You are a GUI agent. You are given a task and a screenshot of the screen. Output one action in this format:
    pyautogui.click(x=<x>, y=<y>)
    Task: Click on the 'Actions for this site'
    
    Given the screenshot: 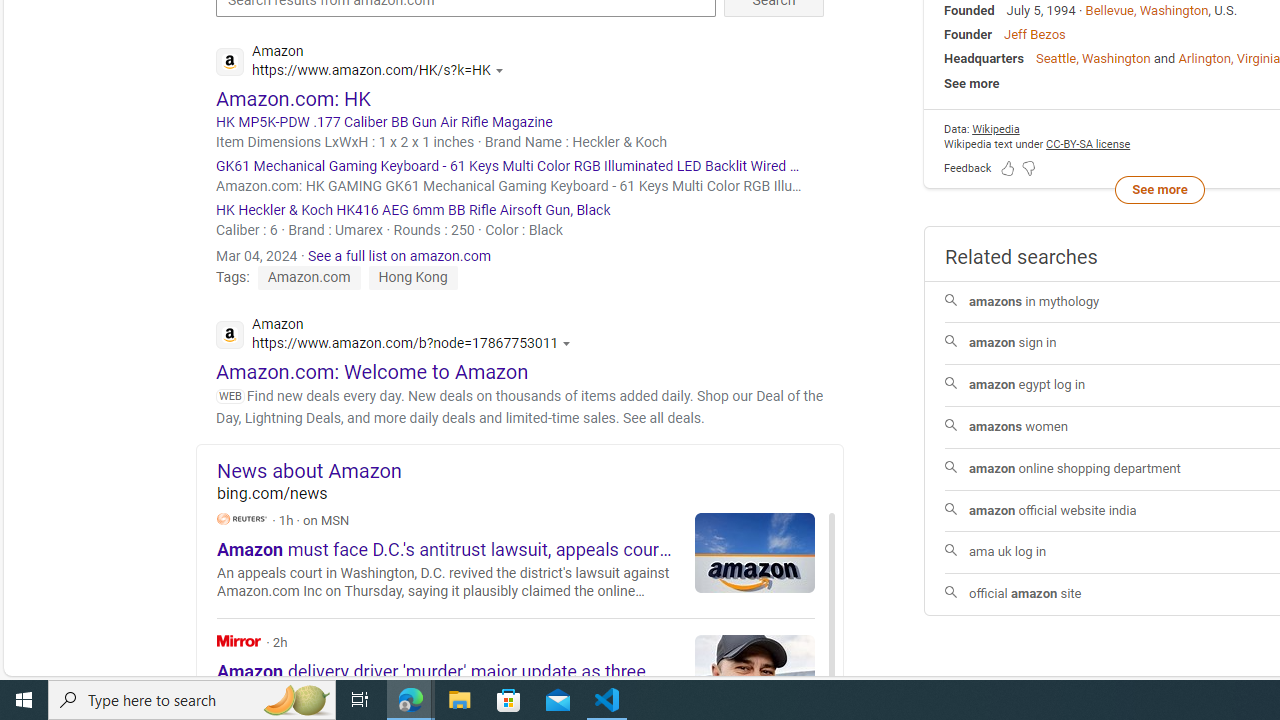 What is the action you would take?
    pyautogui.click(x=569, y=342)
    